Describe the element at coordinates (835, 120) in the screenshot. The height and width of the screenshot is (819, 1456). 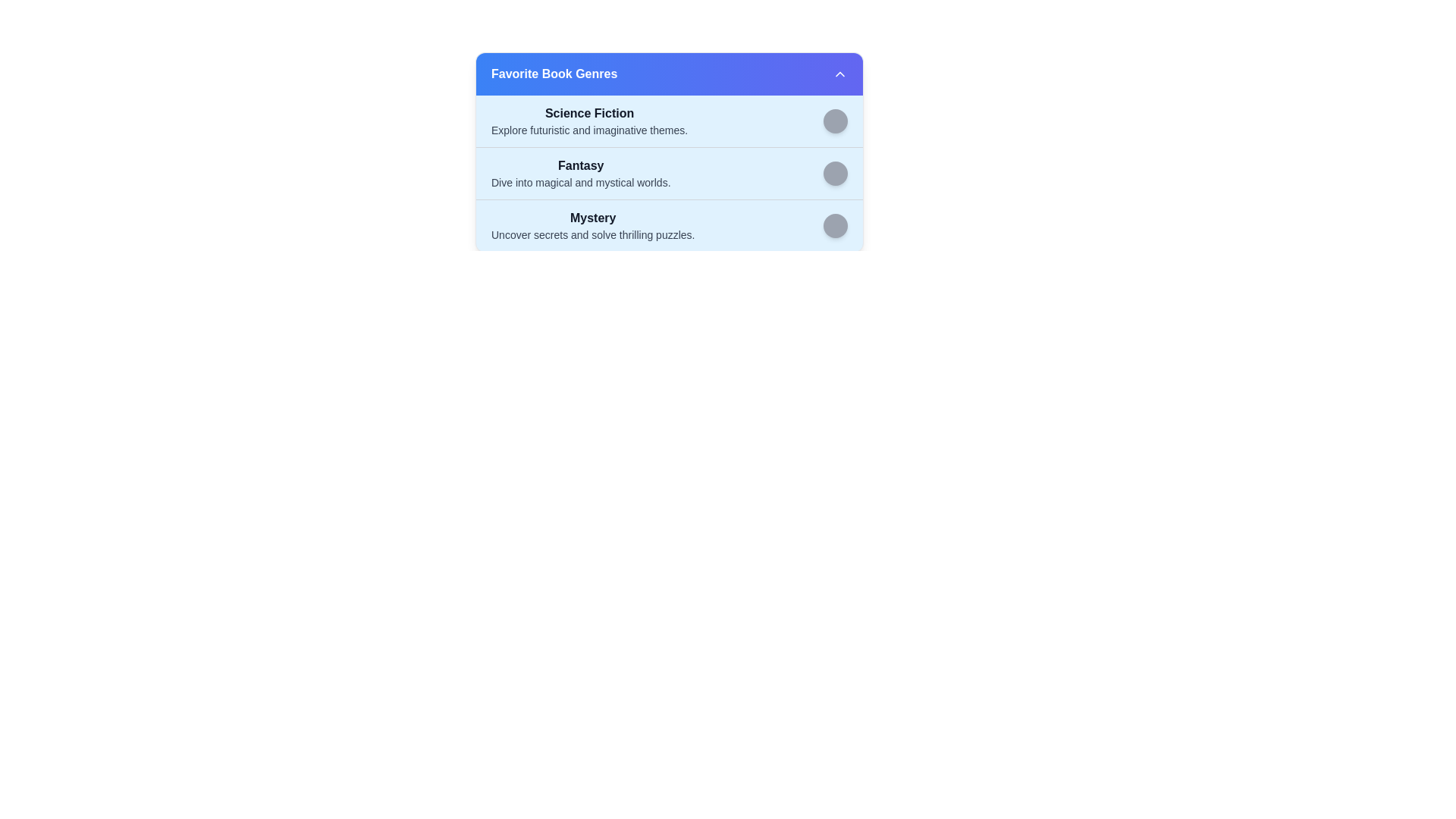
I see `the button located on the right side within the 'Science Fiction' section` at that location.